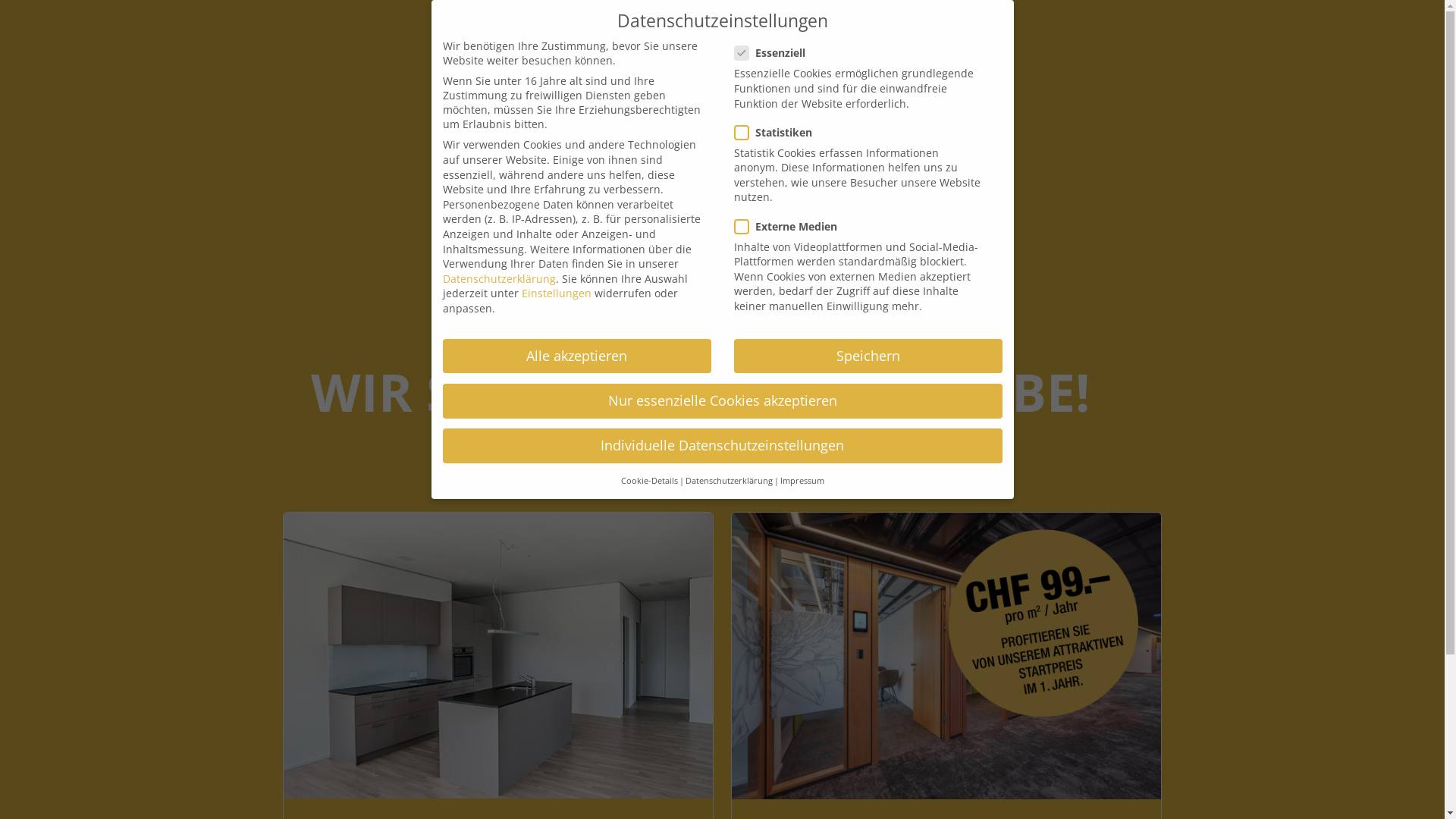  What do you see at coordinates (800, 480) in the screenshot?
I see `'Impressum'` at bounding box center [800, 480].